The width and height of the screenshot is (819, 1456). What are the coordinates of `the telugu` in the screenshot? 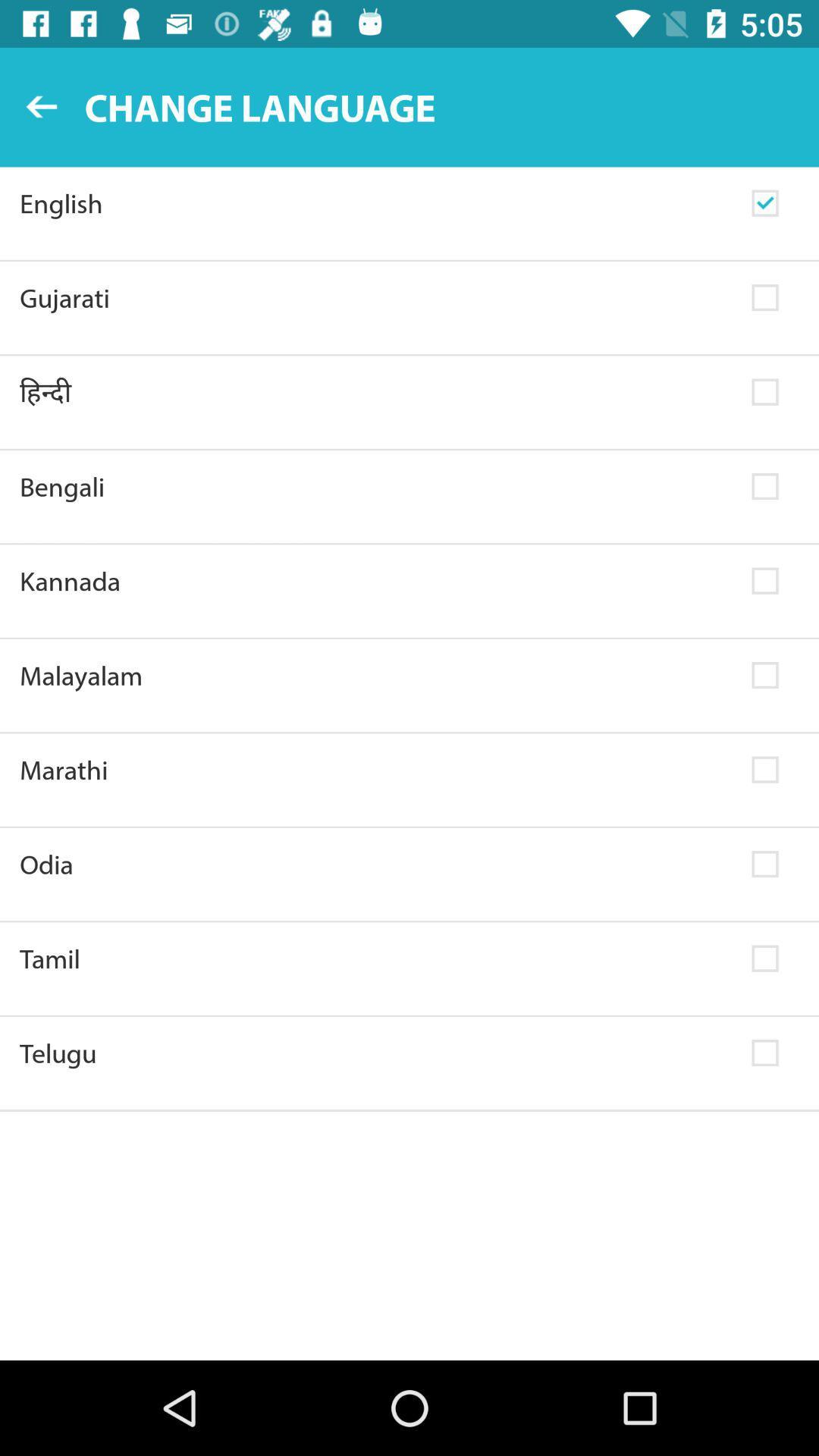 It's located at (375, 1052).